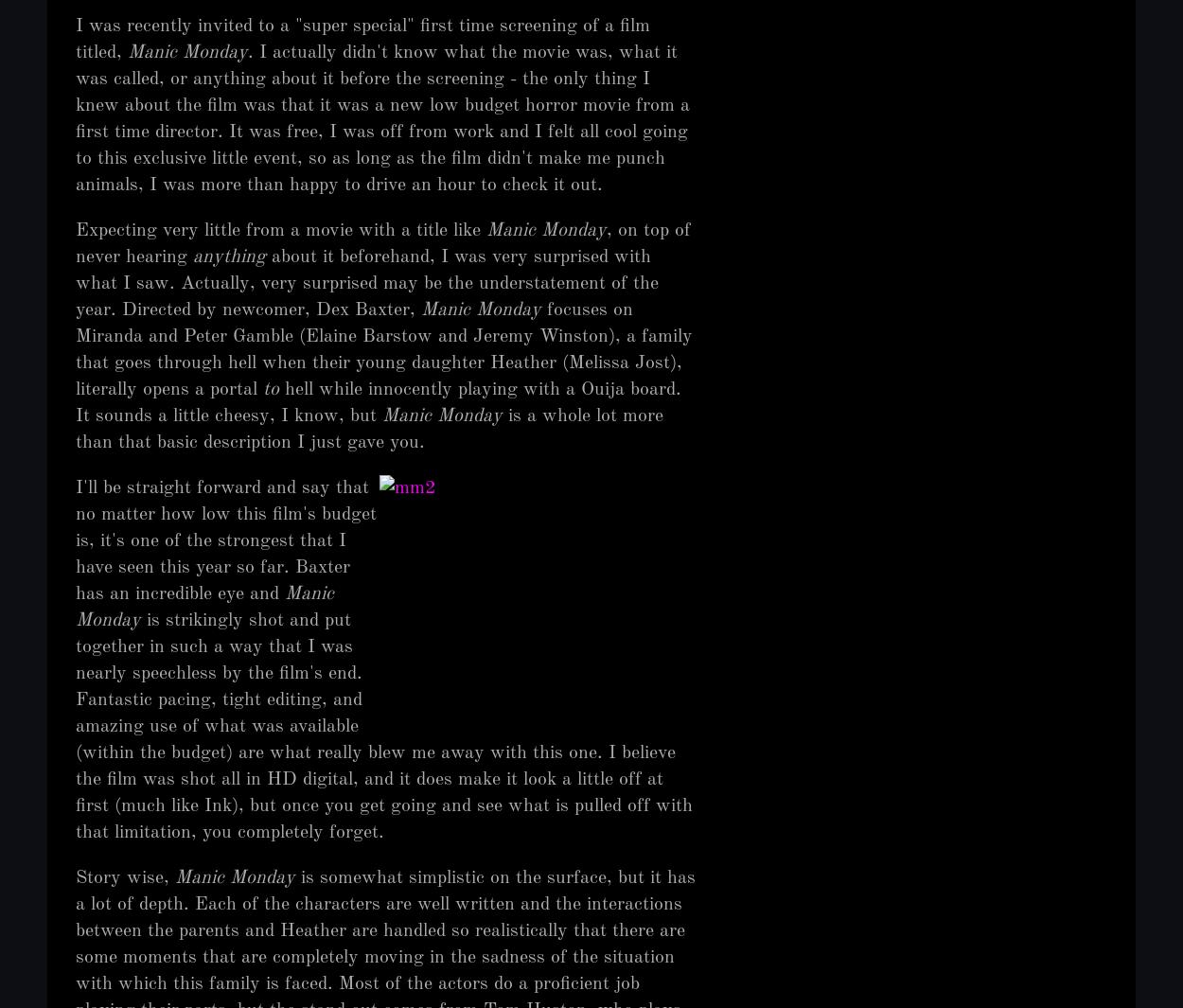 The image size is (1183, 1008). Describe the element at coordinates (75, 541) in the screenshot. I see `'I'll be straight forward and say that no matter how low this film's budget is, it's one of the strongest that I have seen this year so far. Baxter has an incredible eye and'` at that location.